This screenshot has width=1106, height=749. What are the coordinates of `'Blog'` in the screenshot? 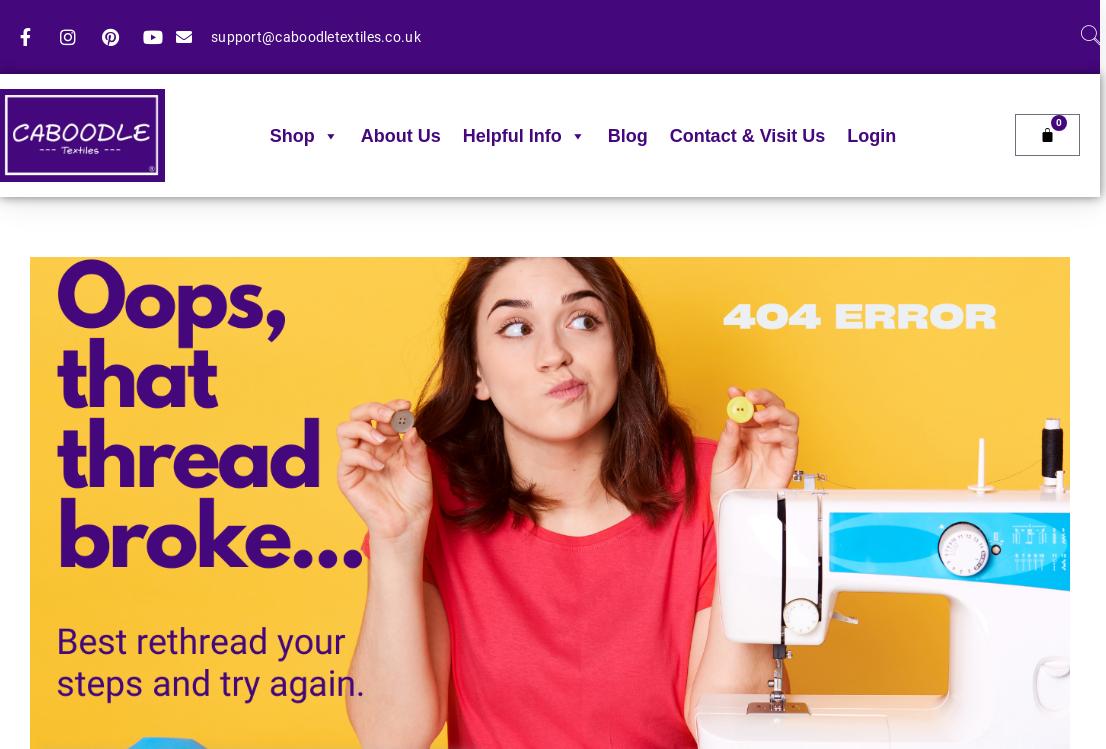 It's located at (625, 136).